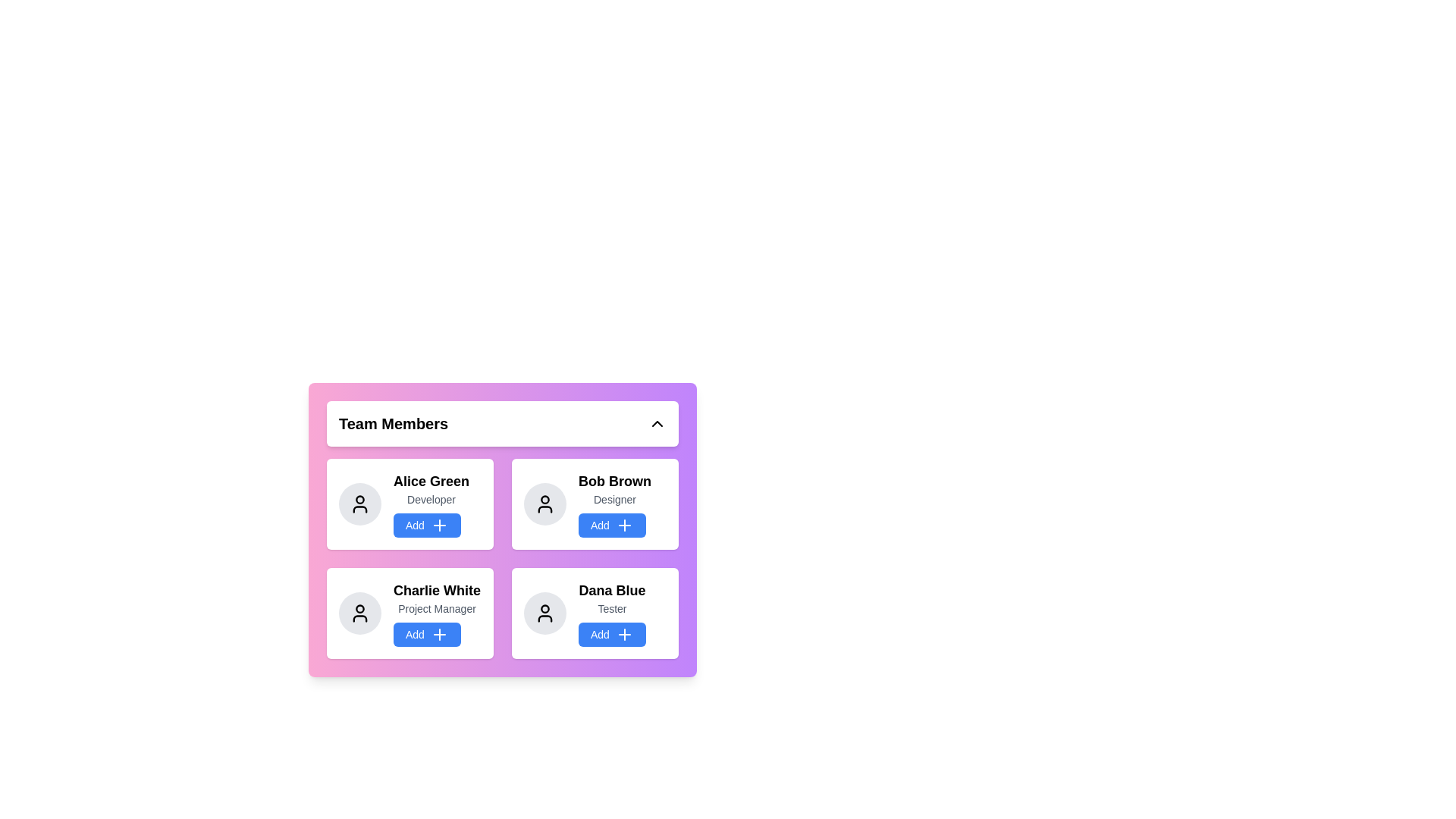  What do you see at coordinates (359, 607) in the screenshot?
I see `the user profile icon representing Charlie White, which is centrally aligned within a circular avatar icon in the bottom-left section of the Team Members interface` at bounding box center [359, 607].